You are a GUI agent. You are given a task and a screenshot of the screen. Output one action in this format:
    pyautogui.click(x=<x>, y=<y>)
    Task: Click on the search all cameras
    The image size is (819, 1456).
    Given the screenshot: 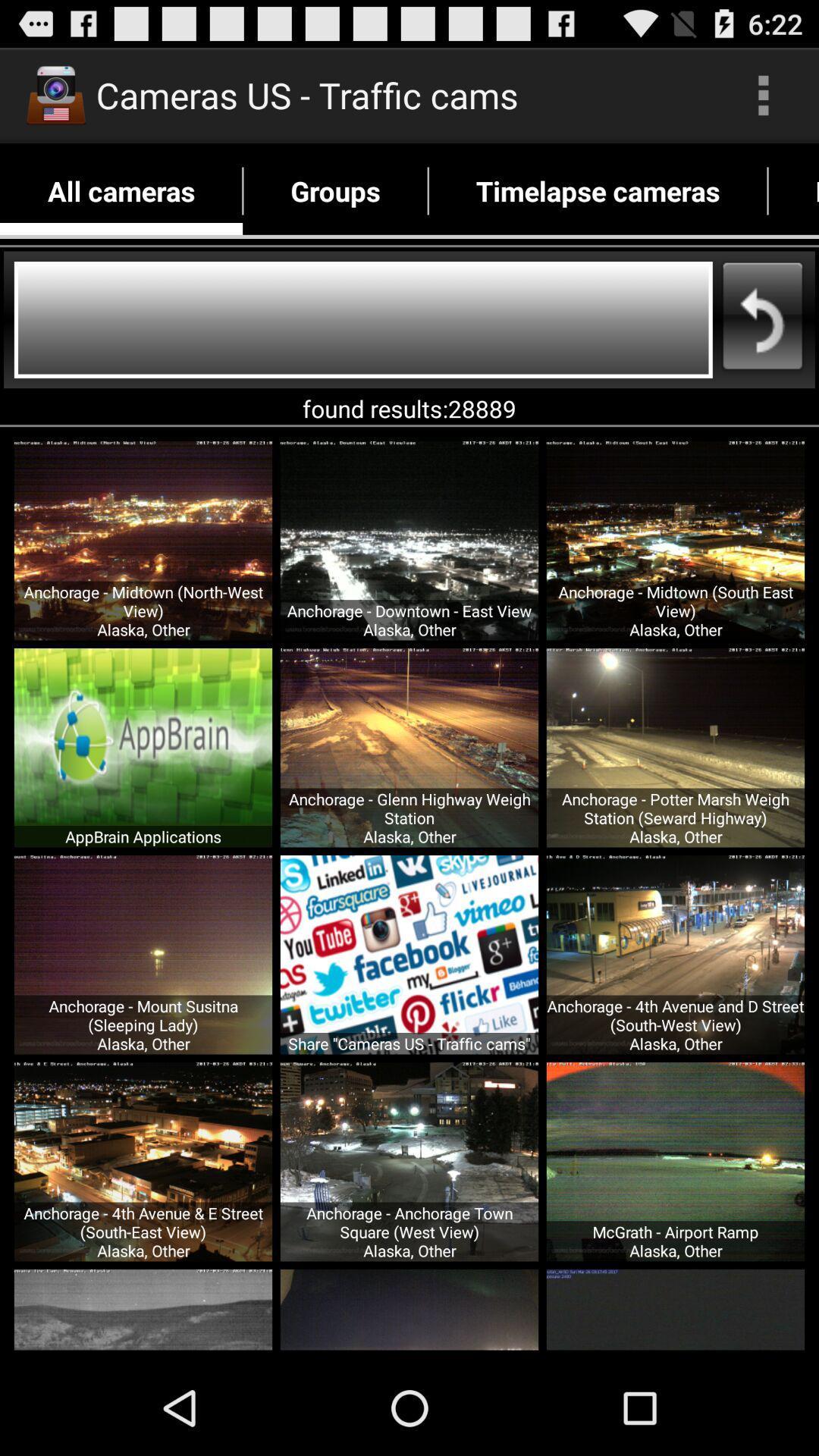 What is the action you would take?
    pyautogui.click(x=363, y=318)
    